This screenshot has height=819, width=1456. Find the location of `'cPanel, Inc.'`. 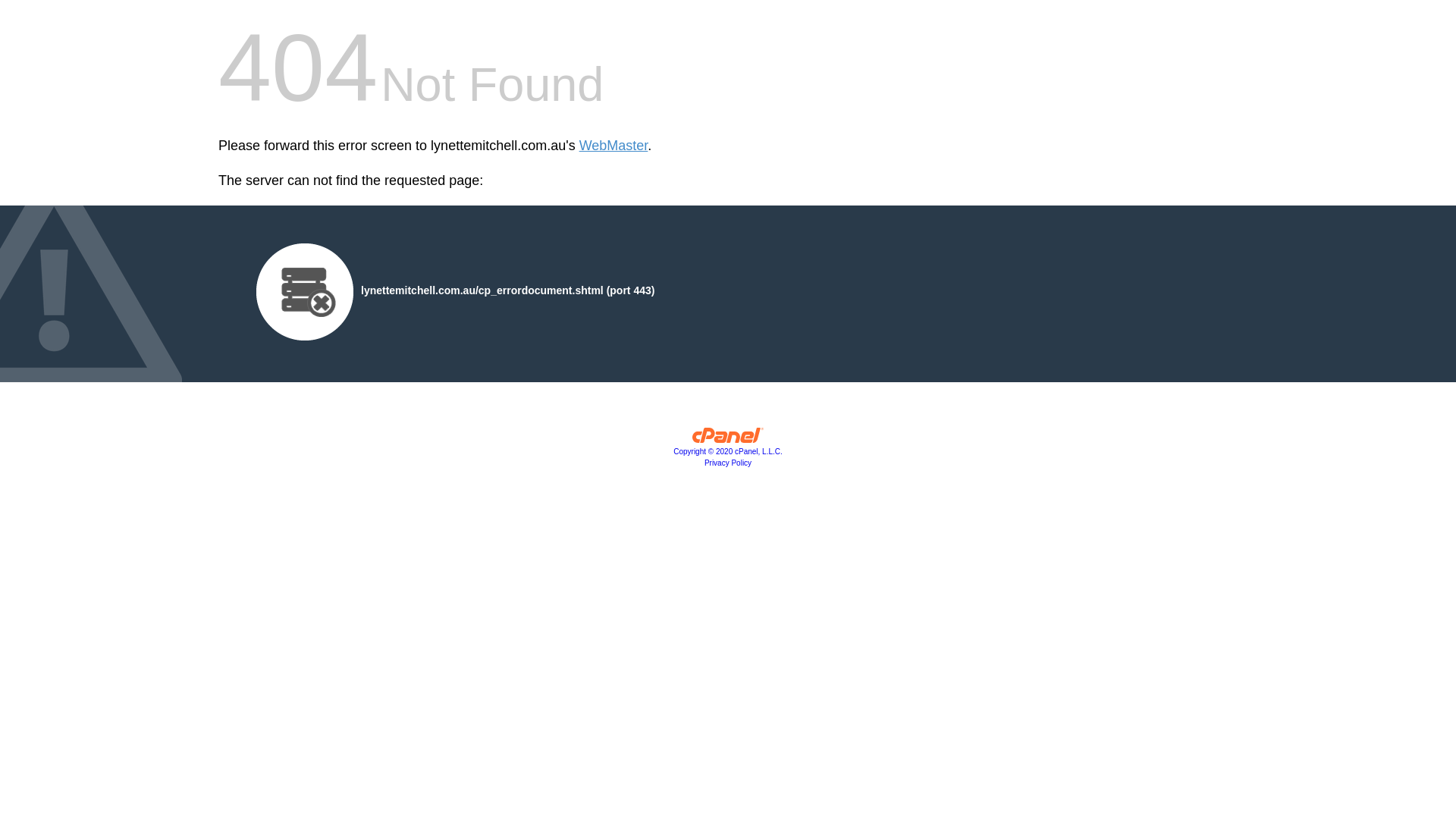

'cPanel, Inc.' is located at coordinates (728, 438).